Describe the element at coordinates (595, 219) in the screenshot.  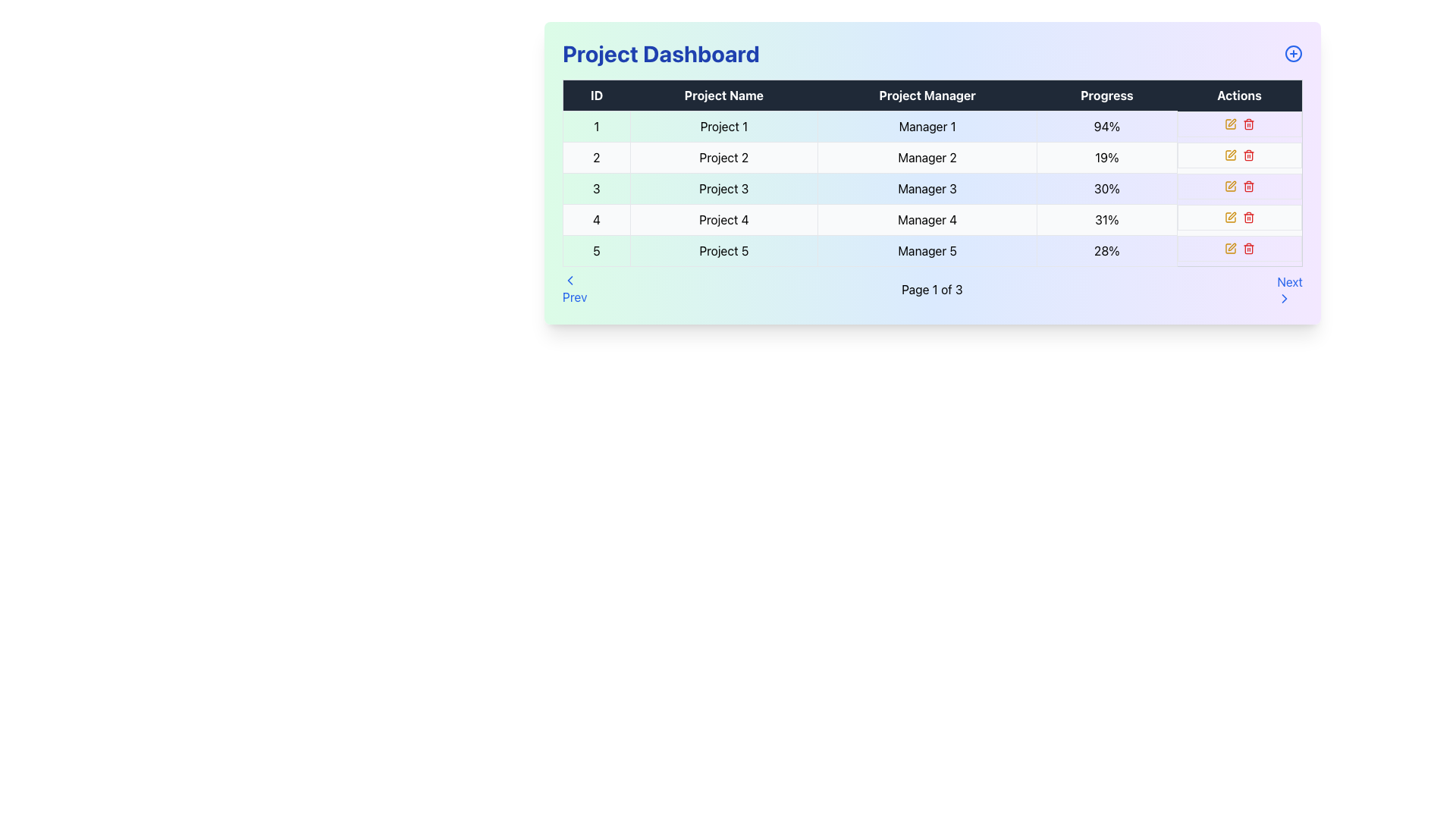
I see `the first table cell in the row labeled '4' under the 'ID' column, which displays the ID for 'Project 4'` at that location.